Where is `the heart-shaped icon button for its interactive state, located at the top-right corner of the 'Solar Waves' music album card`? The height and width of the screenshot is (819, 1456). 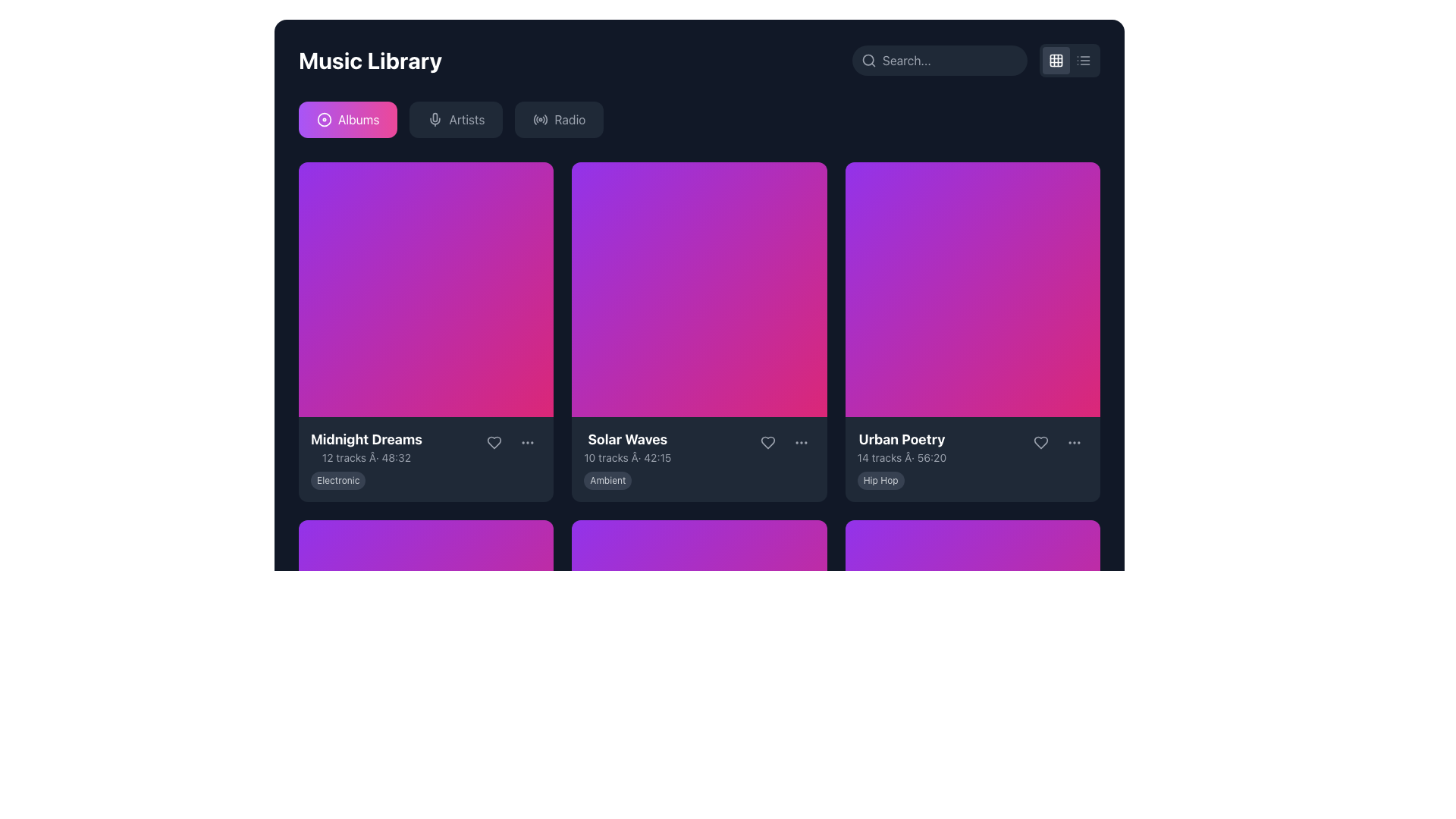
the heart-shaped icon button for its interactive state, located at the top-right corner of the 'Solar Waves' music album card is located at coordinates (767, 443).